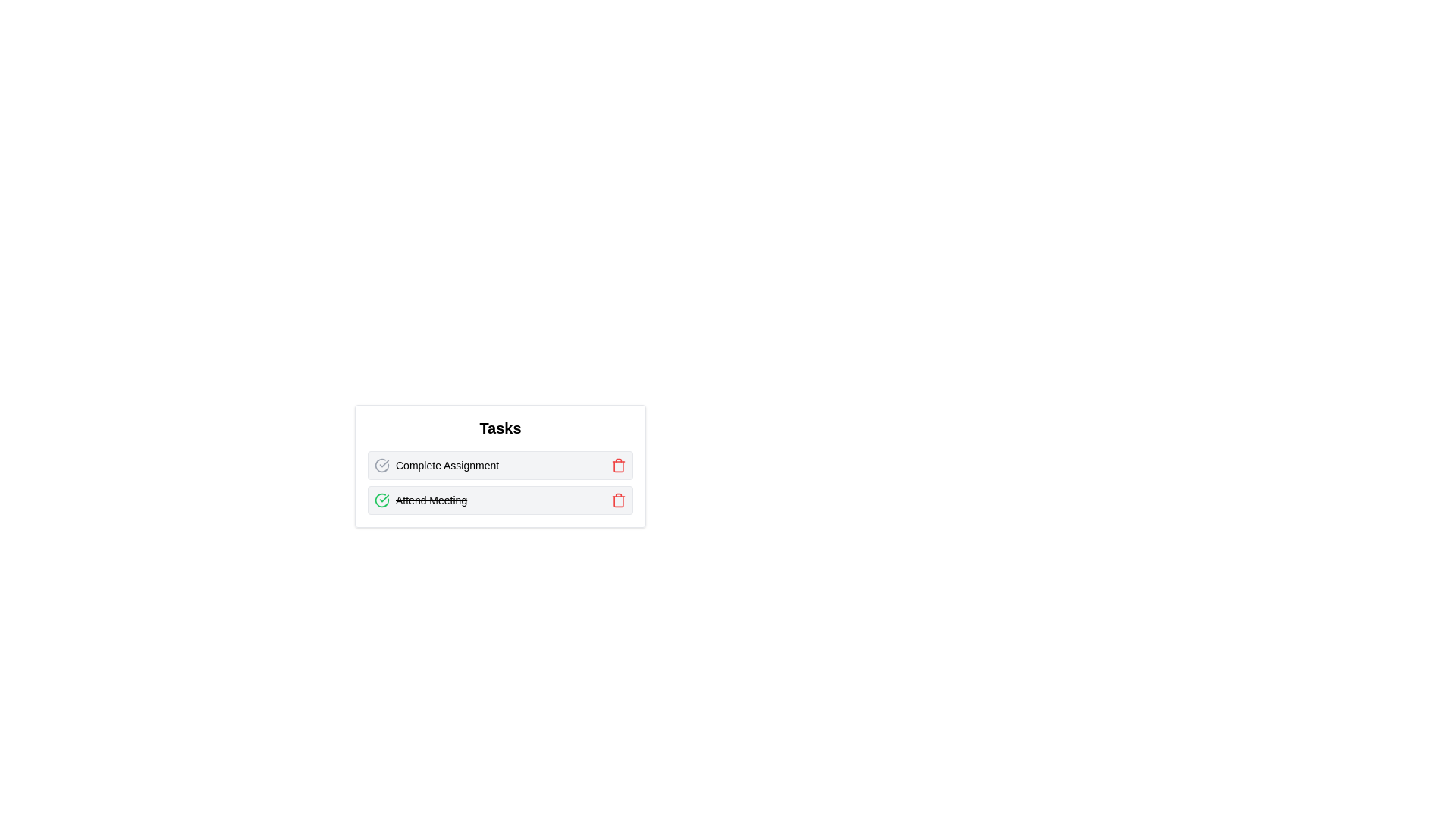 The height and width of the screenshot is (819, 1456). What do you see at coordinates (421, 500) in the screenshot?
I see `the completed task entry labeled 'Attend Meeting' in the vertical task list that shows a strikethrough, located between 'Complete Assignment' and the red trash icon` at bounding box center [421, 500].